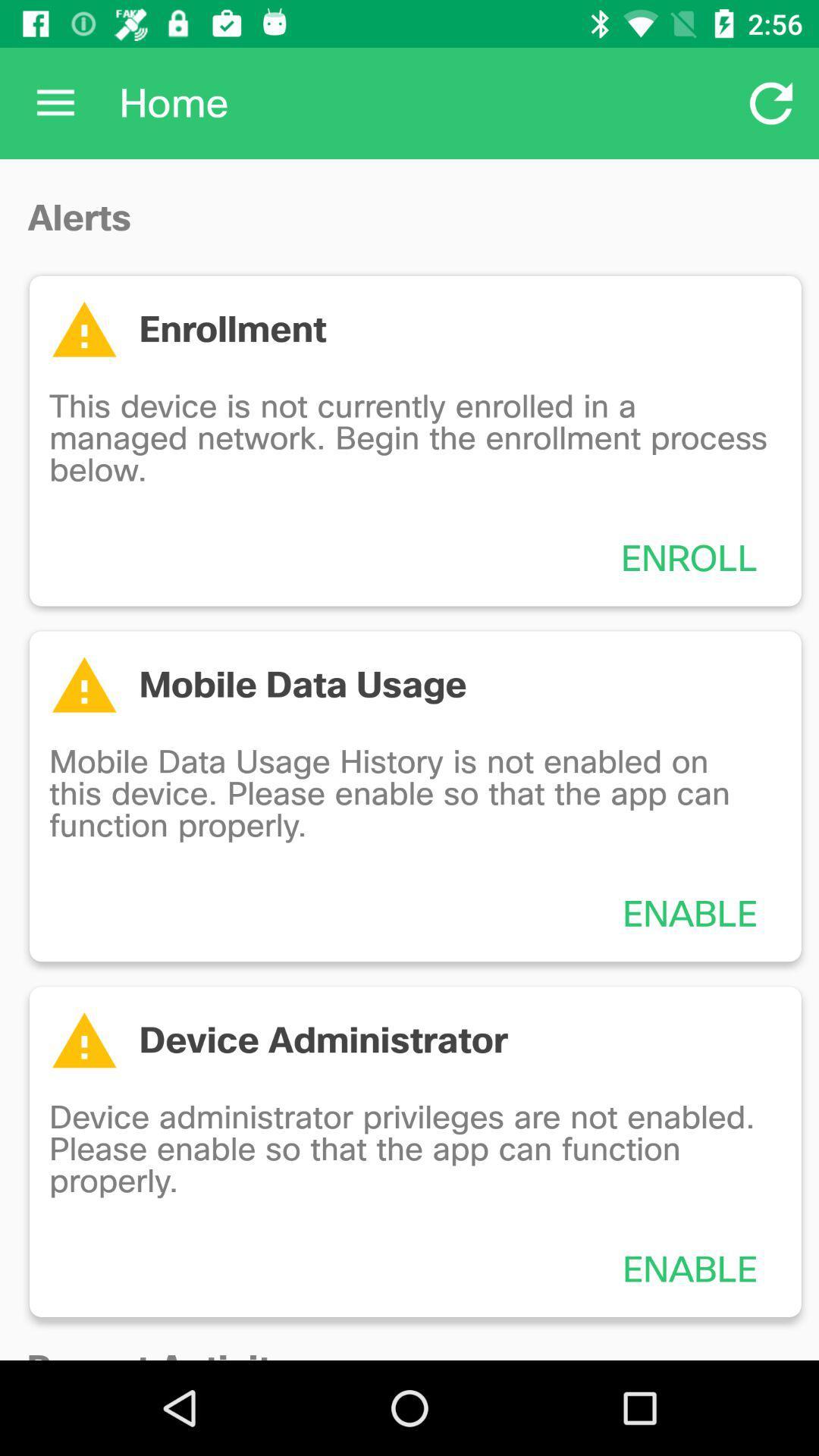 This screenshot has height=1456, width=819. Describe the element at coordinates (55, 102) in the screenshot. I see `app to the left of home` at that location.